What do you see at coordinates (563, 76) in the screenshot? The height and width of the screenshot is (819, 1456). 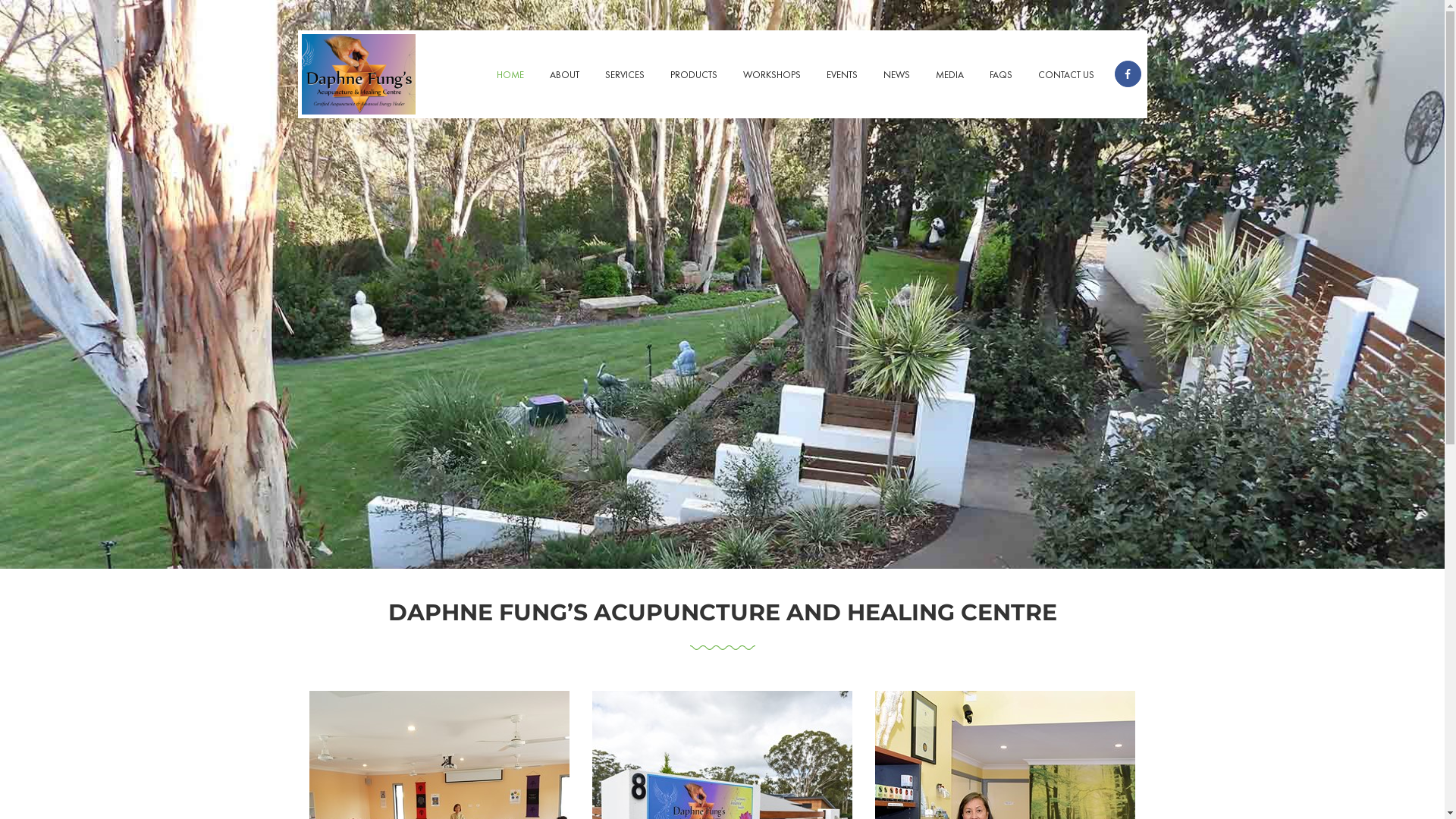 I see `'ABOUT'` at bounding box center [563, 76].